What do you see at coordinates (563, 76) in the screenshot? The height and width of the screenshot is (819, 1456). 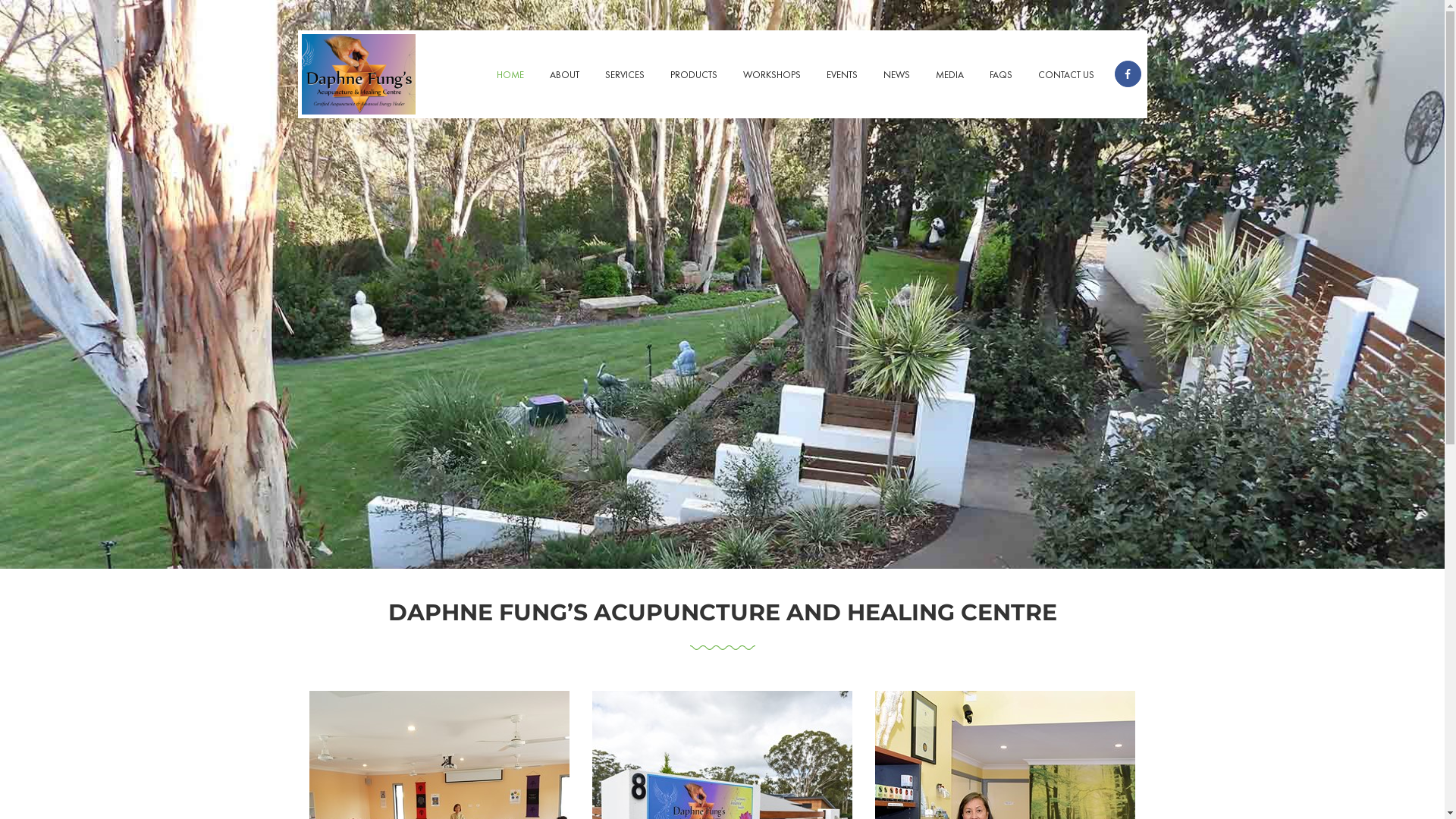 I see `'ABOUT'` at bounding box center [563, 76].